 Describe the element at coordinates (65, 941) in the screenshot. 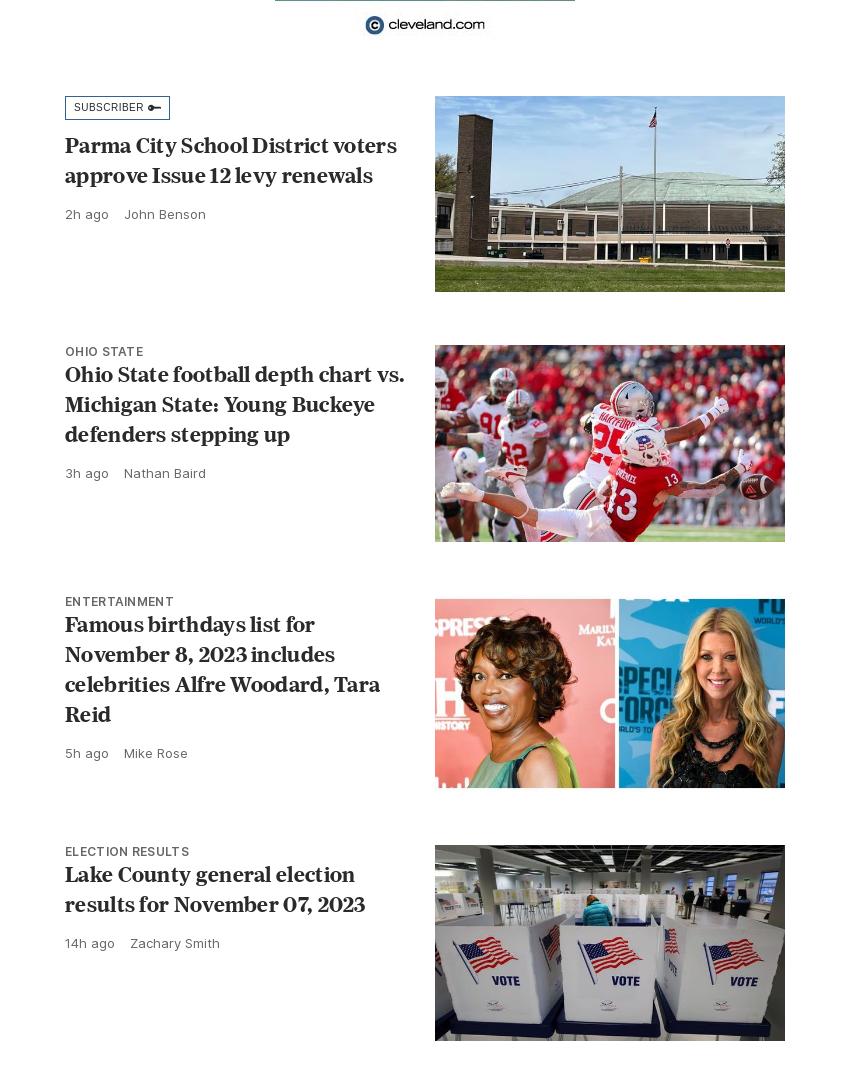

I see `'14h ago'` at that location.